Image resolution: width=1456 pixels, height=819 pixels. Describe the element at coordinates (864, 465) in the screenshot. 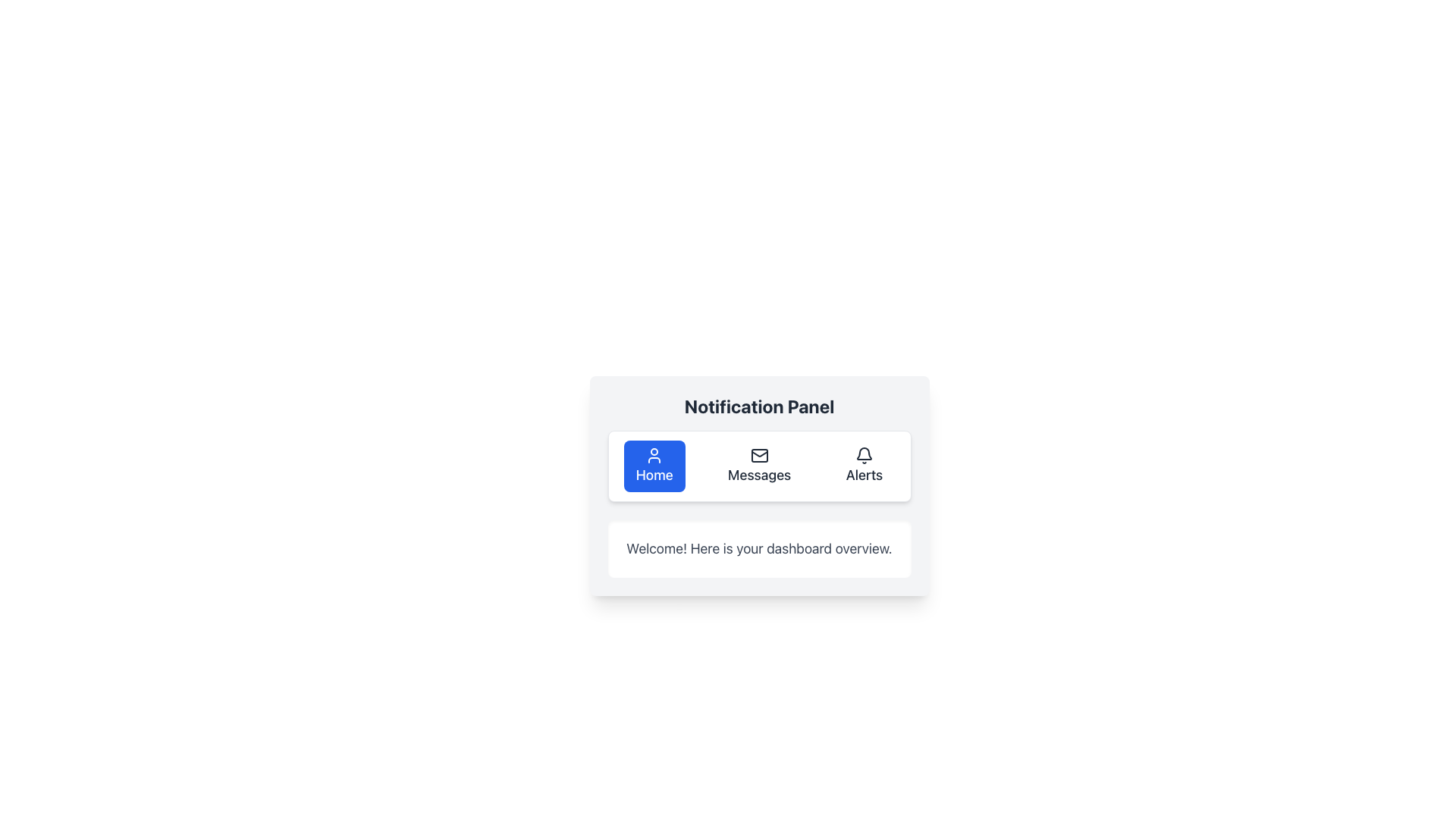

I see `the 'Alerts' button, which is styled as a vertical stack of a bell icon and the text label 'Alerts', located in the Notification Panel` at that location.